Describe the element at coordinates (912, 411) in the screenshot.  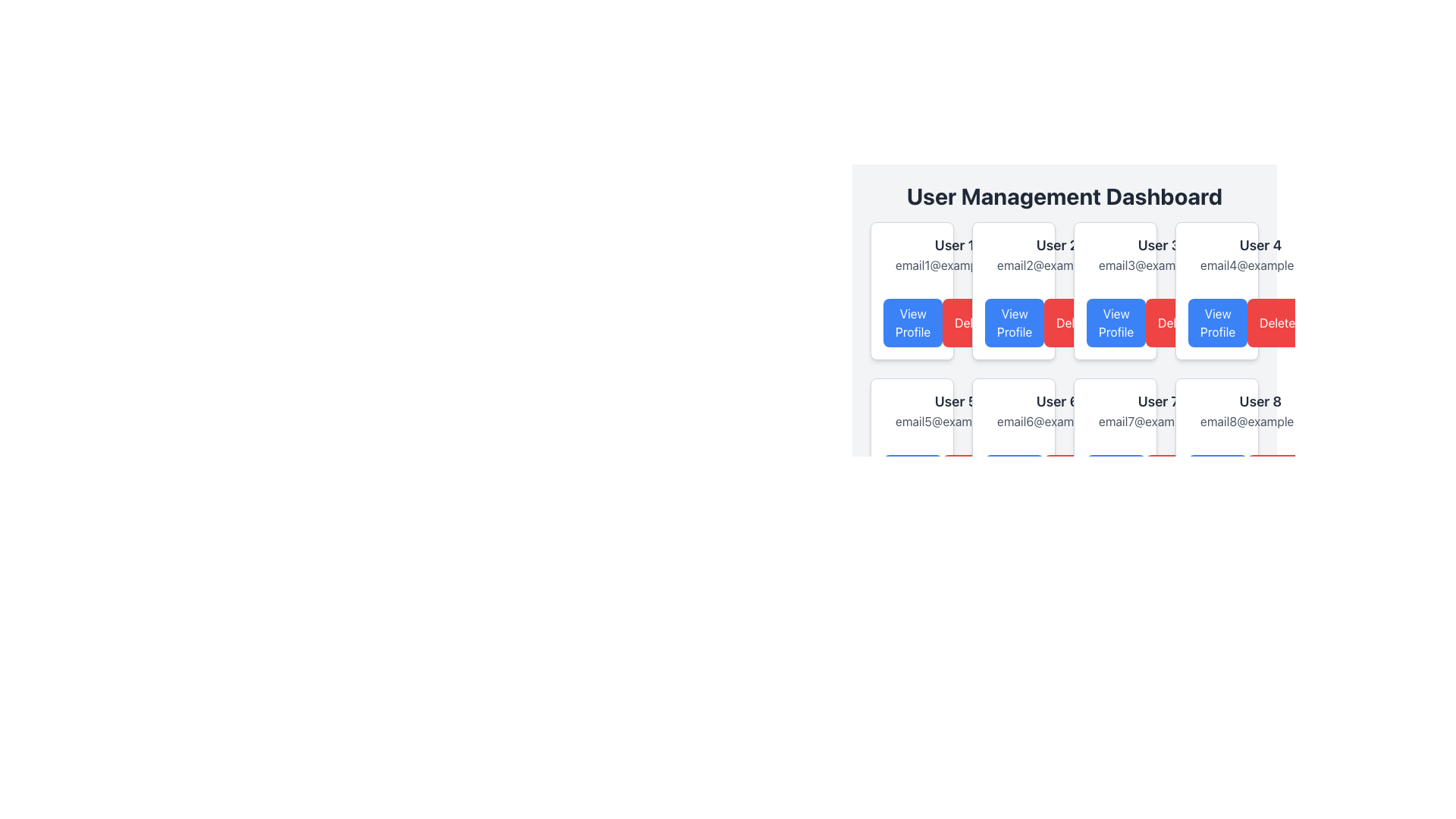
I see `the Text Label displaying 'User 5' and 'email5@example.com' in the second row of user cards in the User Management Dashboard` at that location.